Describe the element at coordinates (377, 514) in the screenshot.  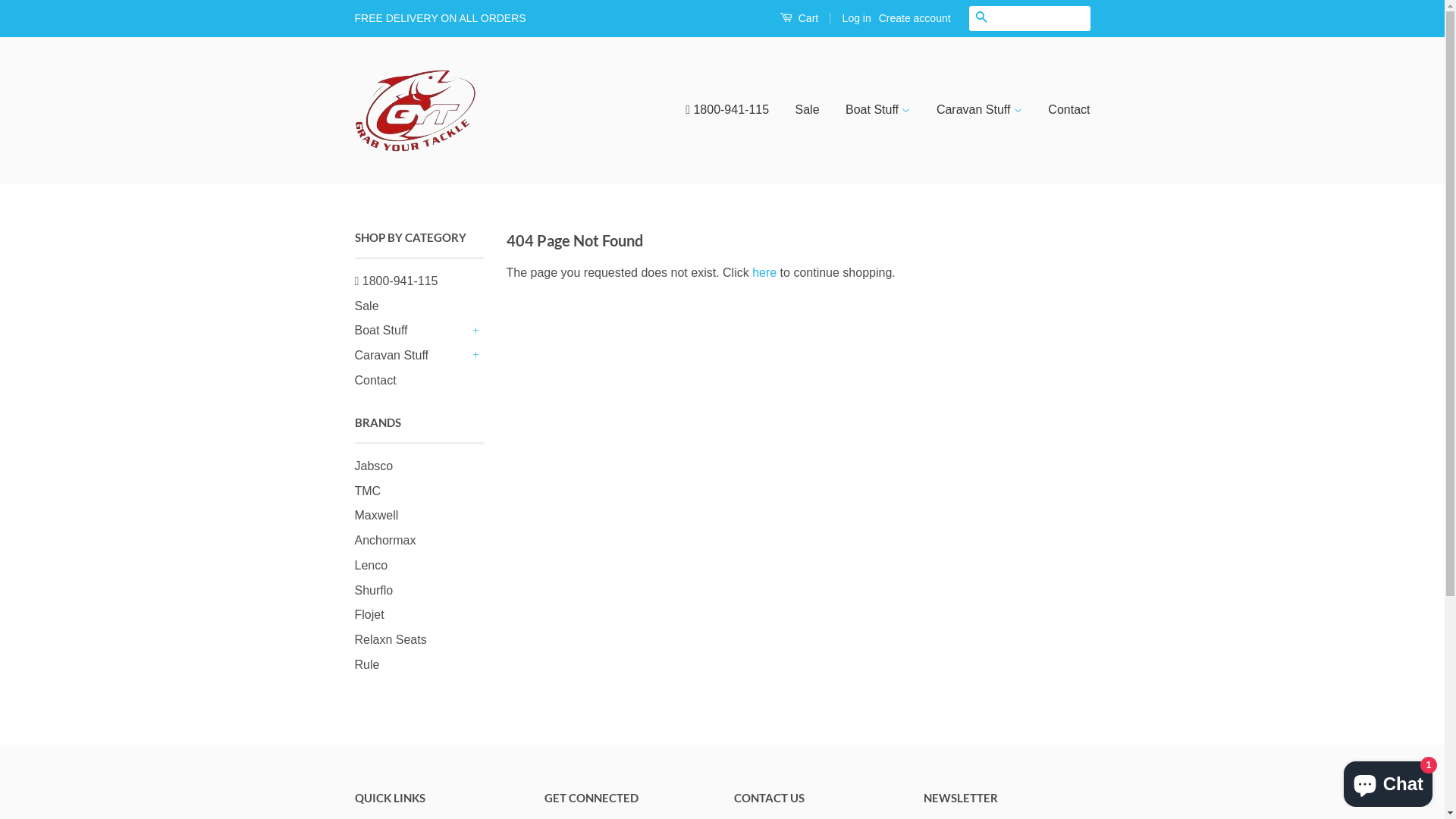
I see `'Maxwell'` at that location.